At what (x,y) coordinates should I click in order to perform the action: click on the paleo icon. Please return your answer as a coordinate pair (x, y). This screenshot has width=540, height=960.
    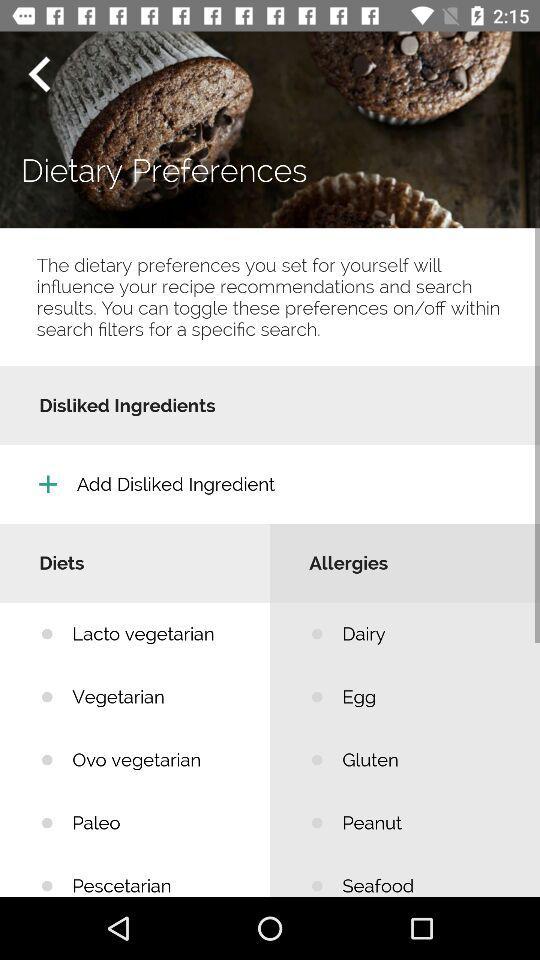
    Looking at the image, I should click on (155, 823).